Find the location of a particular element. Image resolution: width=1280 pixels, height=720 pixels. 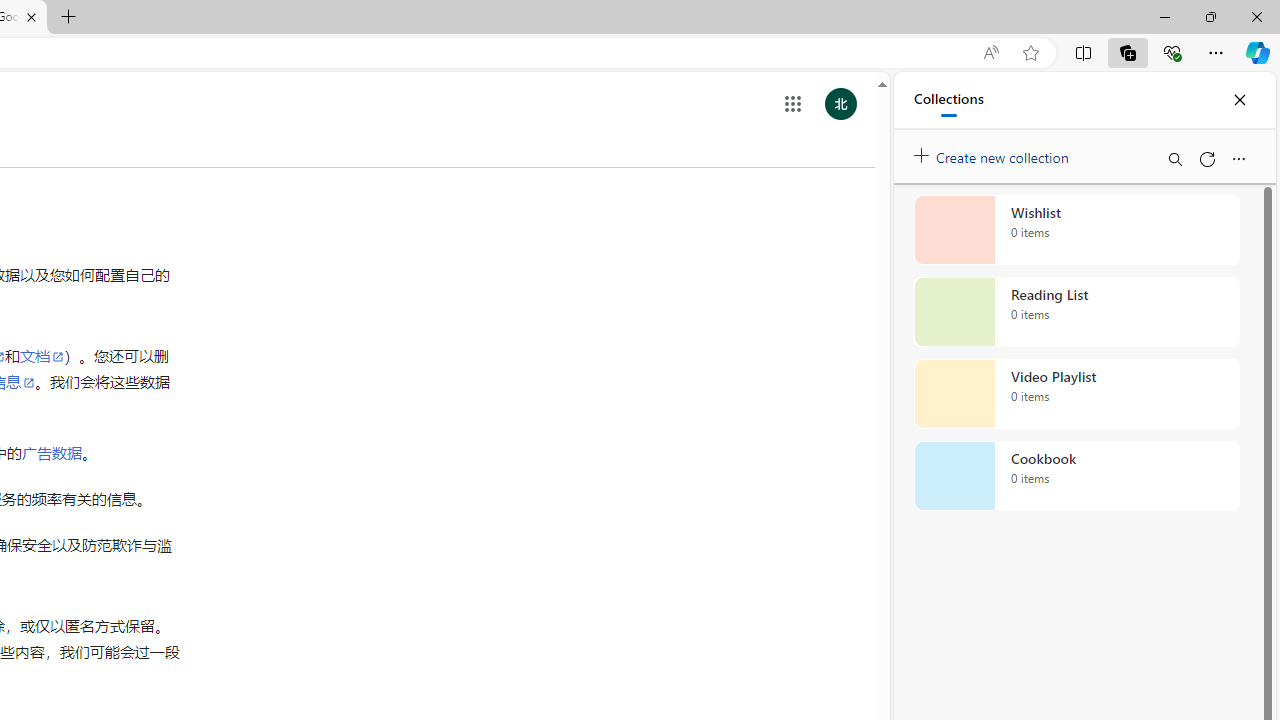

'Reading List collection, 0 items' is located at coordinates (1076, 312).